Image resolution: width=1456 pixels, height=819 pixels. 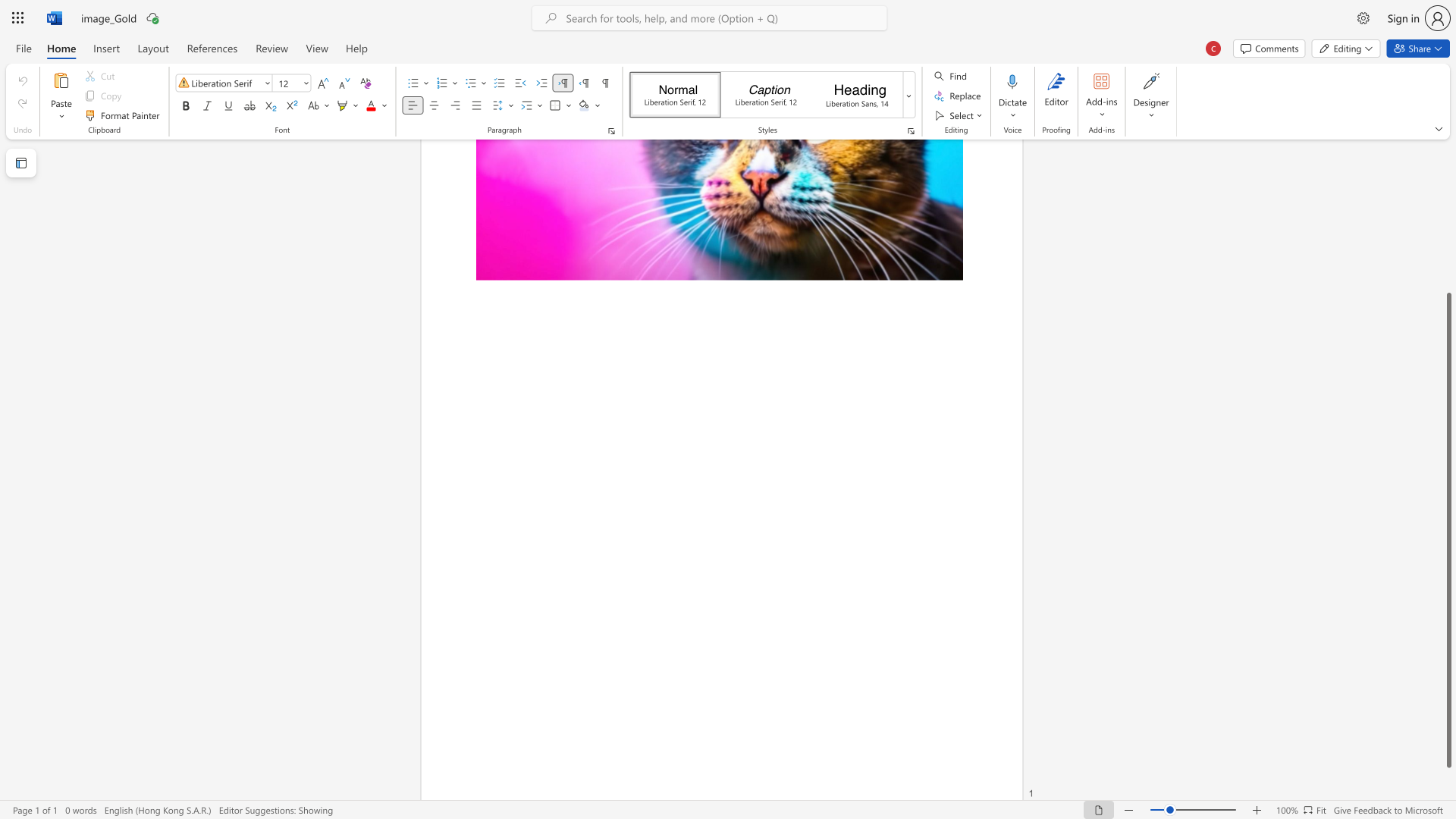 What do you see at coordinates (1448, 249) in the screenshot?
I see `the vertical scrollbar to raise the page content` at bounding box center [1448, 249].